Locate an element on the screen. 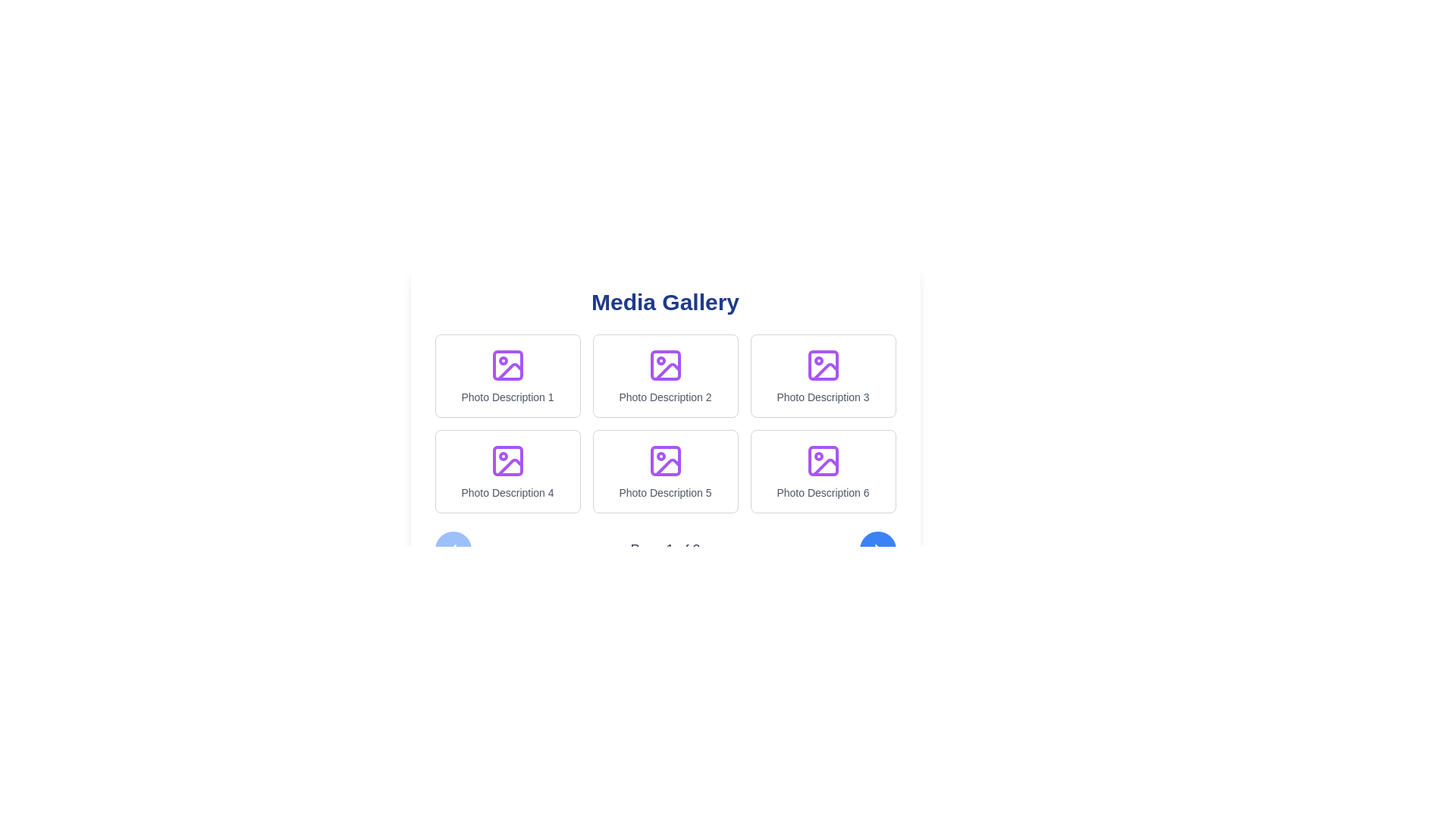 This screenshot has width=1456, height=819. the main rectangular shape within the top-left icon in the grid under the 'Media Gallery' heading, which visually represents part of the icon illustration for the media entry is located at coordinates (507, 366).